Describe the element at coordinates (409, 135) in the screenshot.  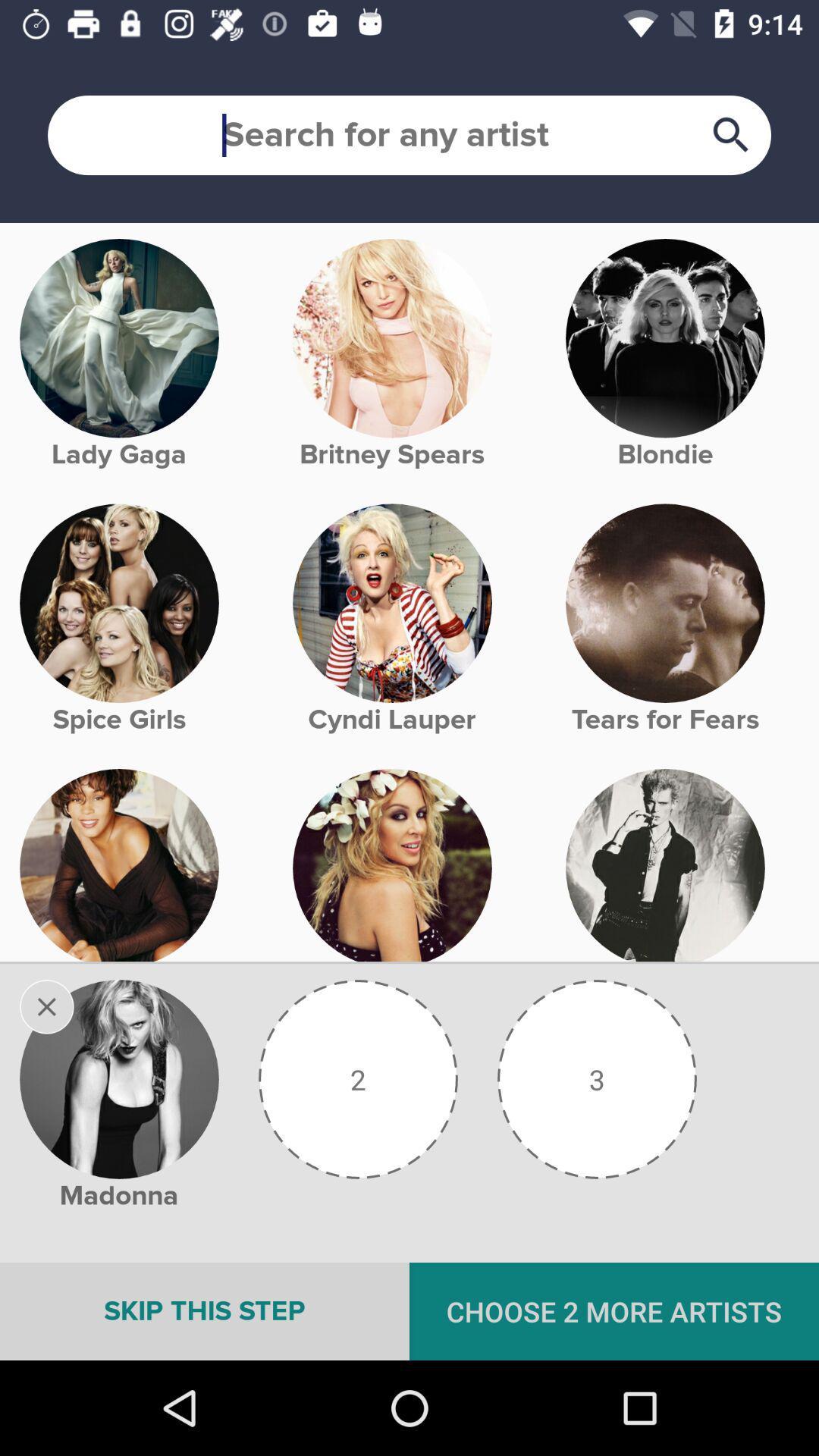
I see `search for any artist` at that location.